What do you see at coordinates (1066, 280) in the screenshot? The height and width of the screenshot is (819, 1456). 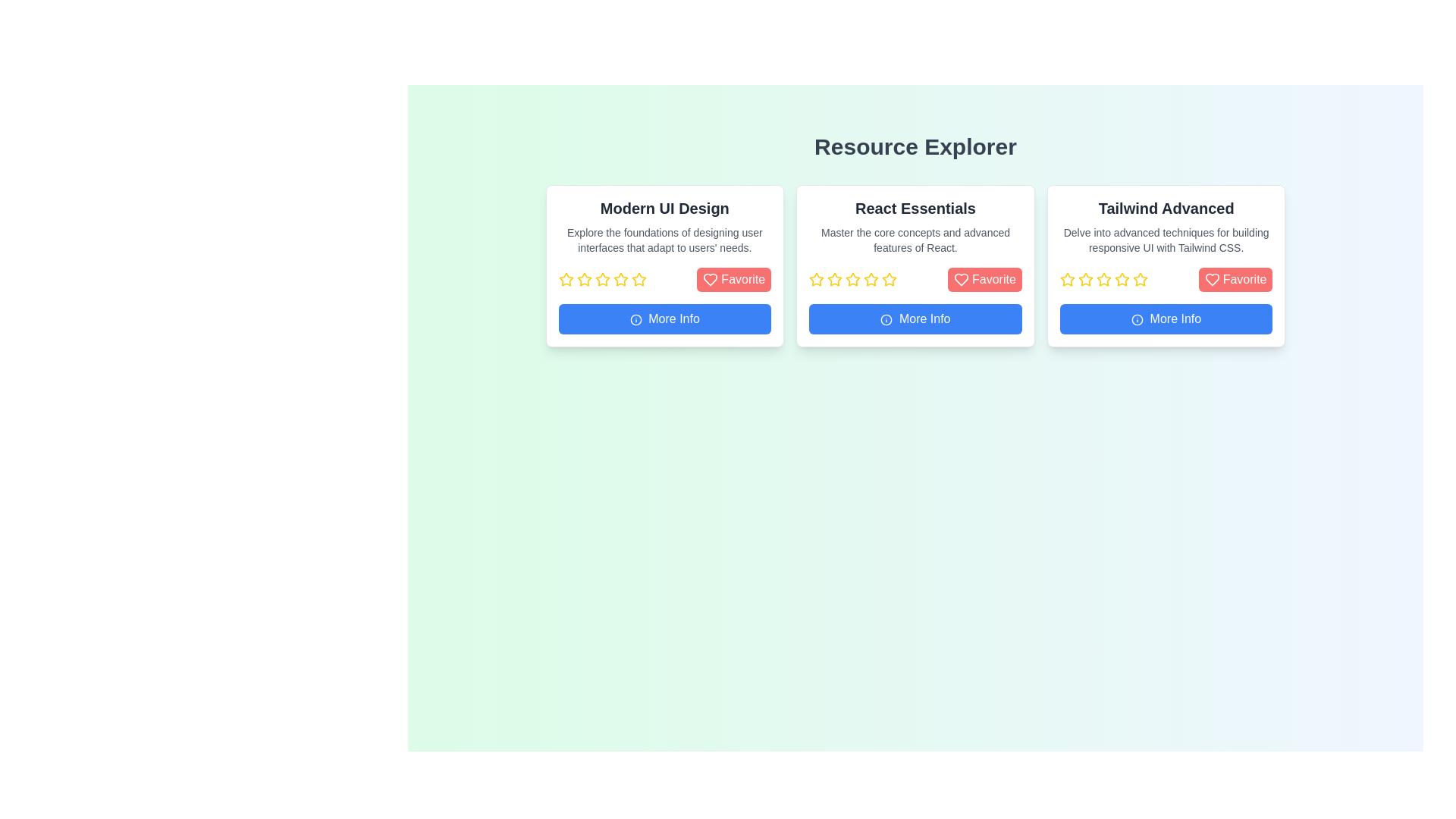 I see `the first star icon in the rating section of the 'Tailwind Advanced' card` at bounding box center [1066, 280].